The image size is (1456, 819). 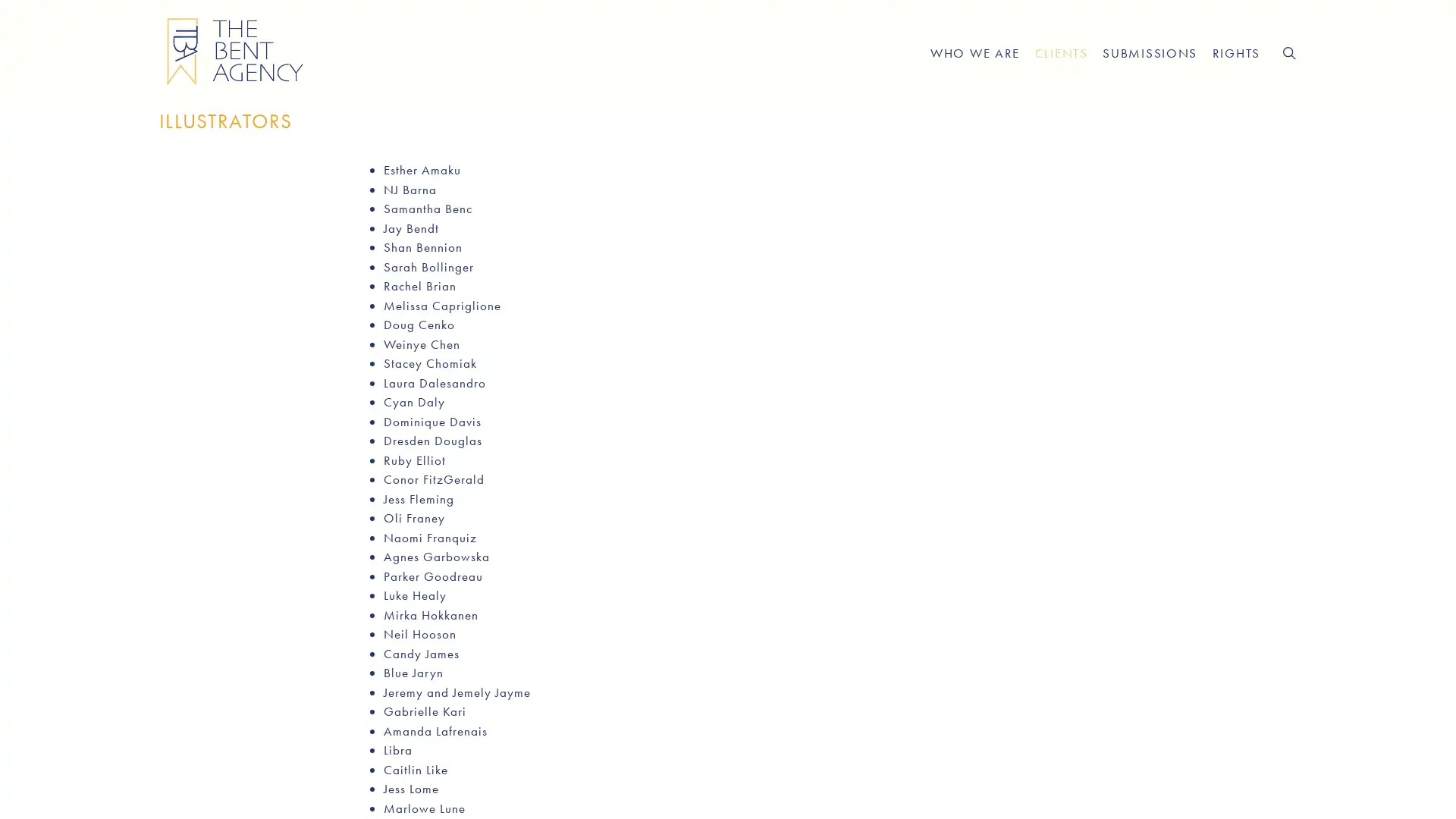 I want to click on Search, so click(x=1288, y=52).